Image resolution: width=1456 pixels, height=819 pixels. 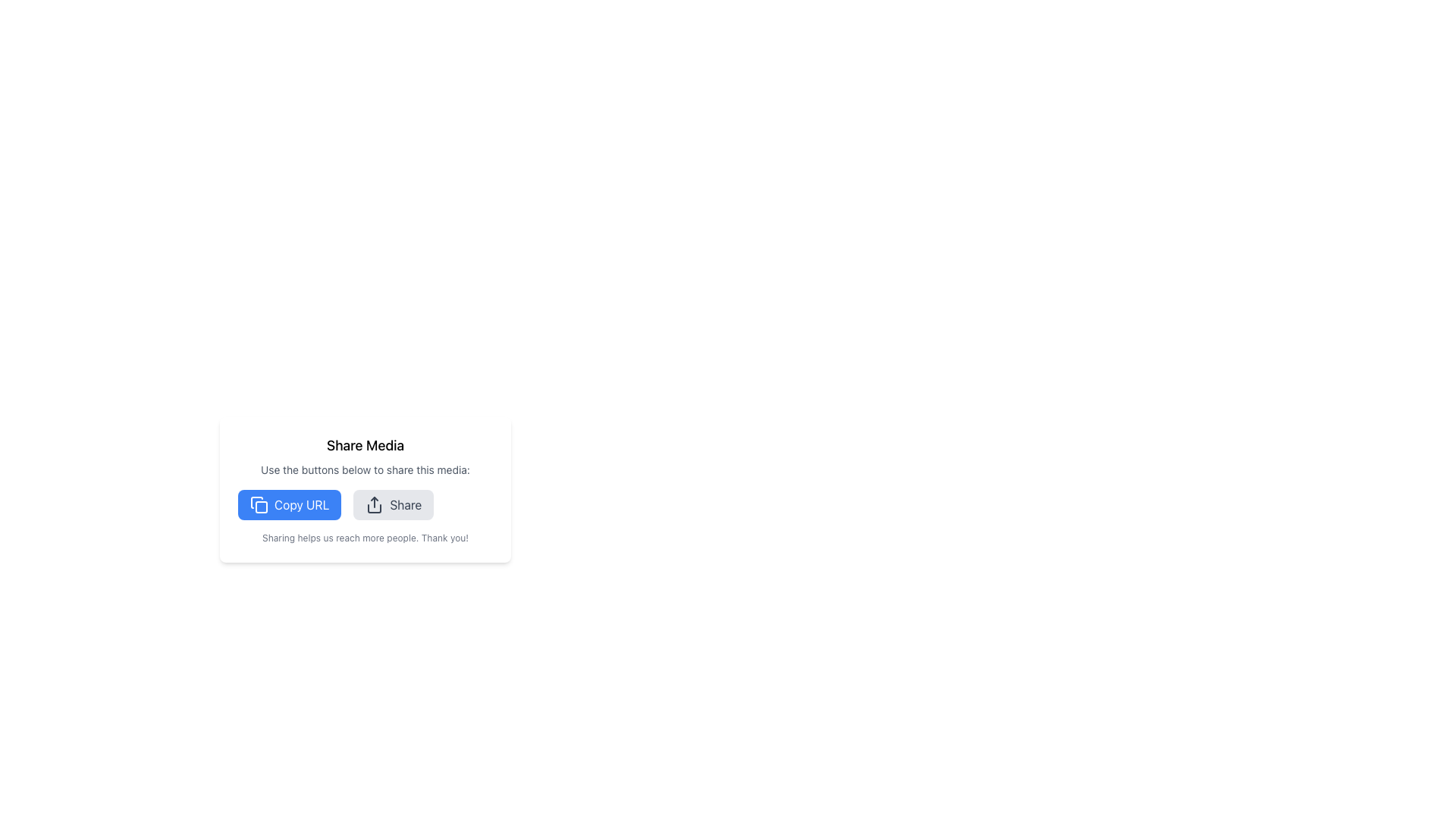 What do you see at coordinates (262, 507) in the screenshot?
I see `the copy URL icon located within the left blue button labeled 'Copy URL'` at bounding box center [262, 507].